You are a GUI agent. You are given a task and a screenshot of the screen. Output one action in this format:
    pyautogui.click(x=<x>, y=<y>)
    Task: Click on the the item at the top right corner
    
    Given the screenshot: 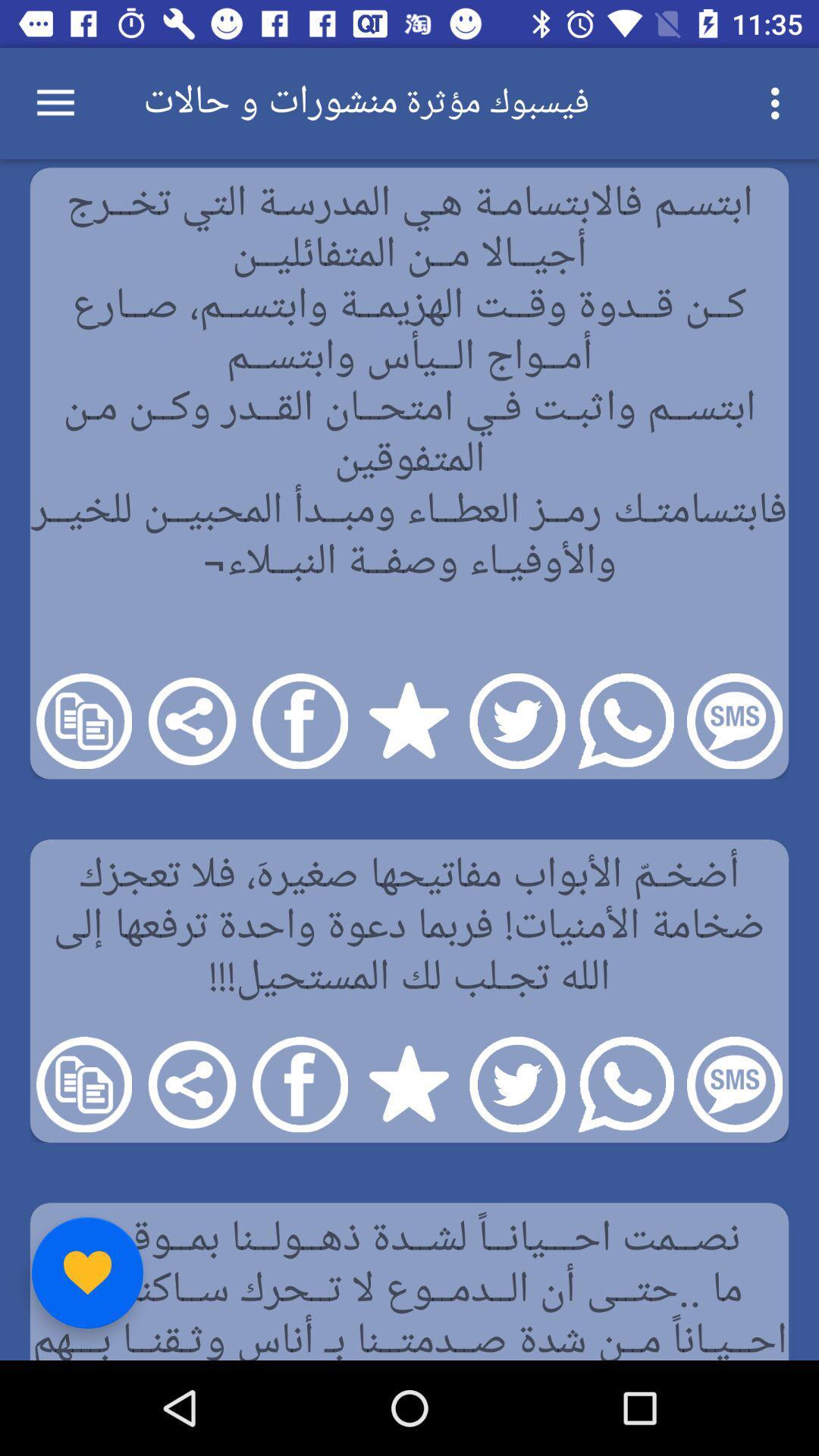 What is the action you would take?
    pyautogui.click(x=779, y=102)
    